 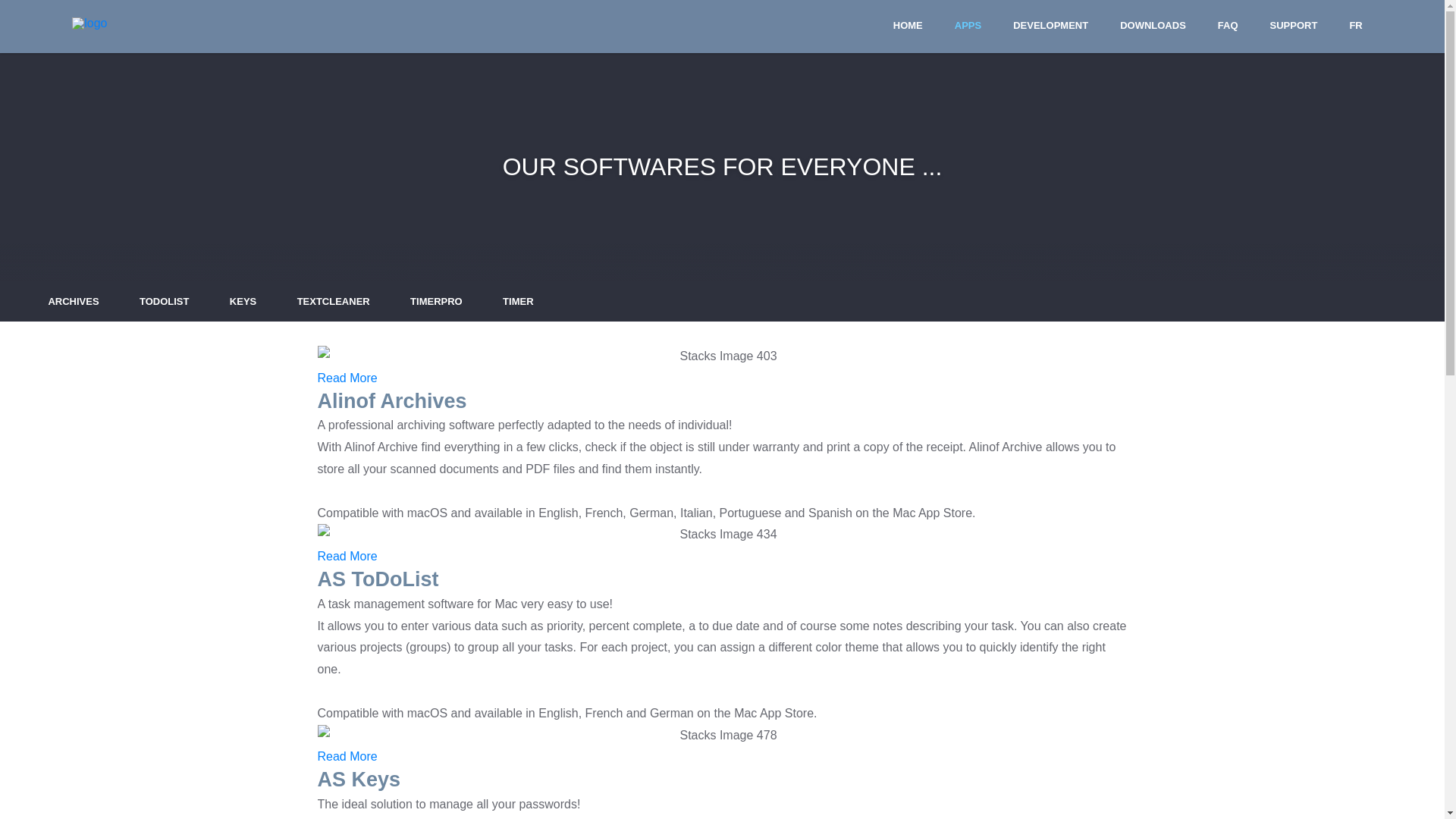 I want to click on 'KEYS', so click(x=243, y=301).